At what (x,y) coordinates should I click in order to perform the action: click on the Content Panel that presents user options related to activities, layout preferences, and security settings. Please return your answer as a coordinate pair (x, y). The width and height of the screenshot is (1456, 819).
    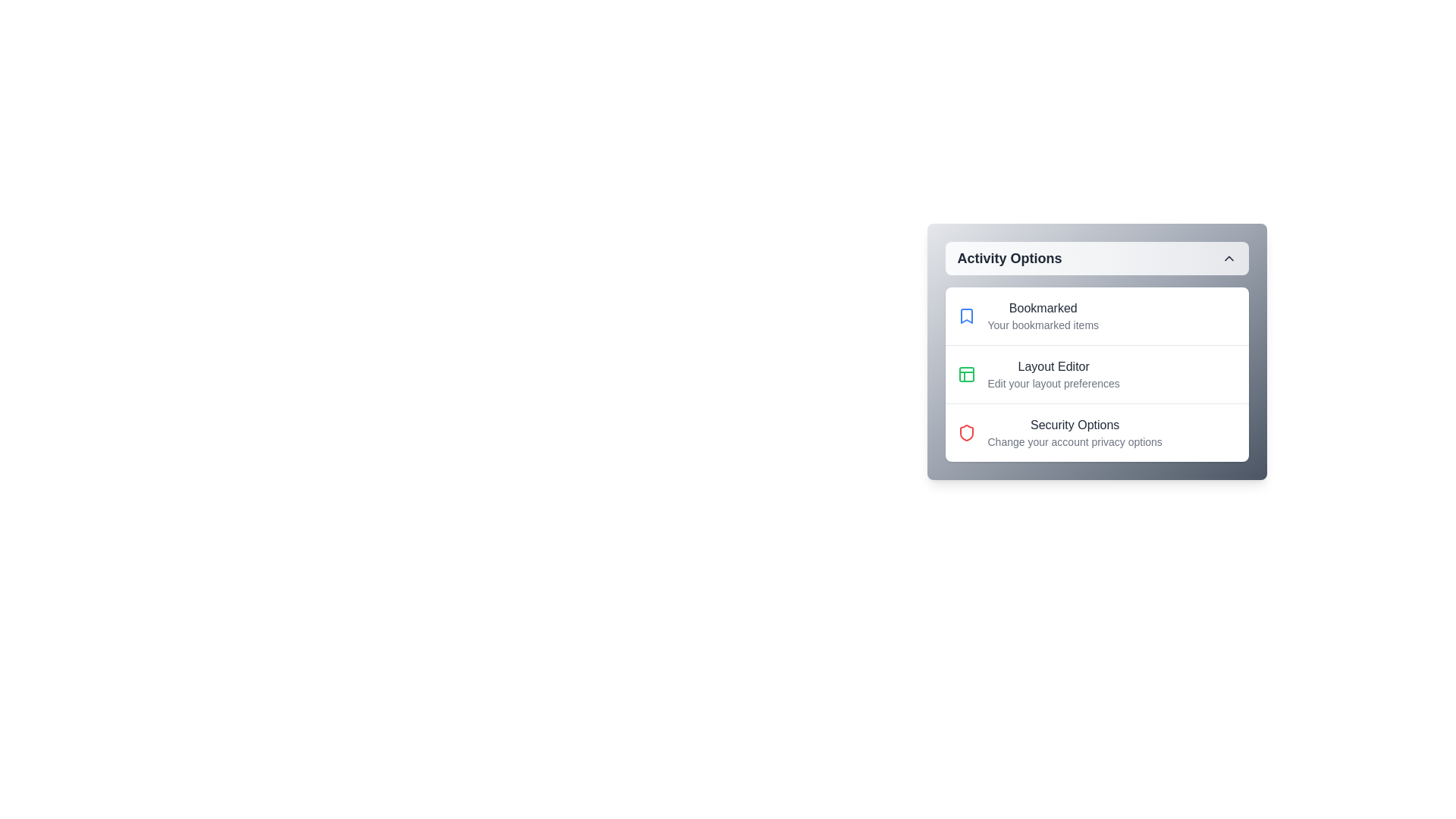
    Looking at the image, I should click on (1097, 394).